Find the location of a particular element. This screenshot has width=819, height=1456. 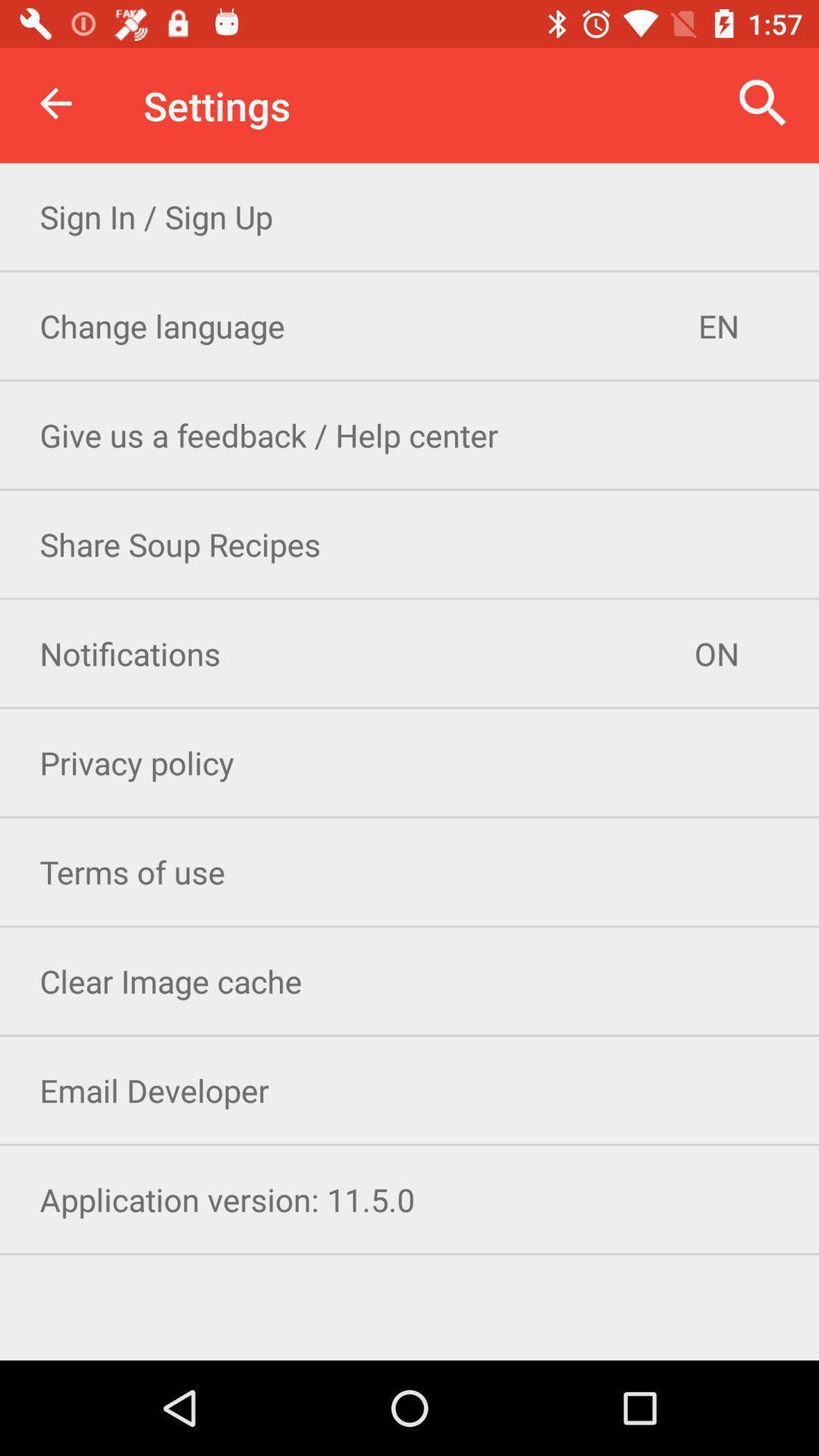

the icon next to the settings icon is located at coordinates (55, 102).